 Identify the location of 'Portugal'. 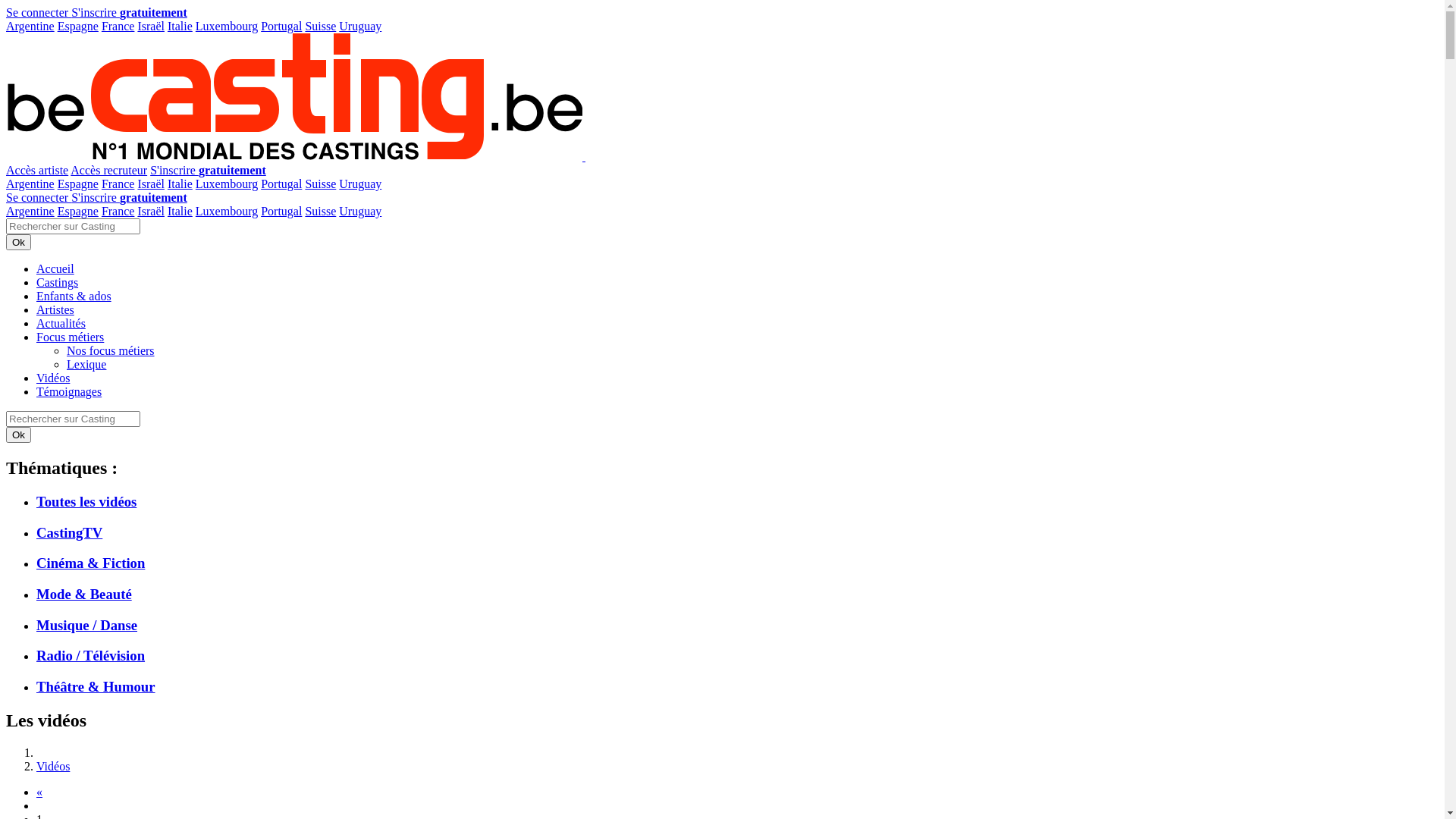
(281, 26).